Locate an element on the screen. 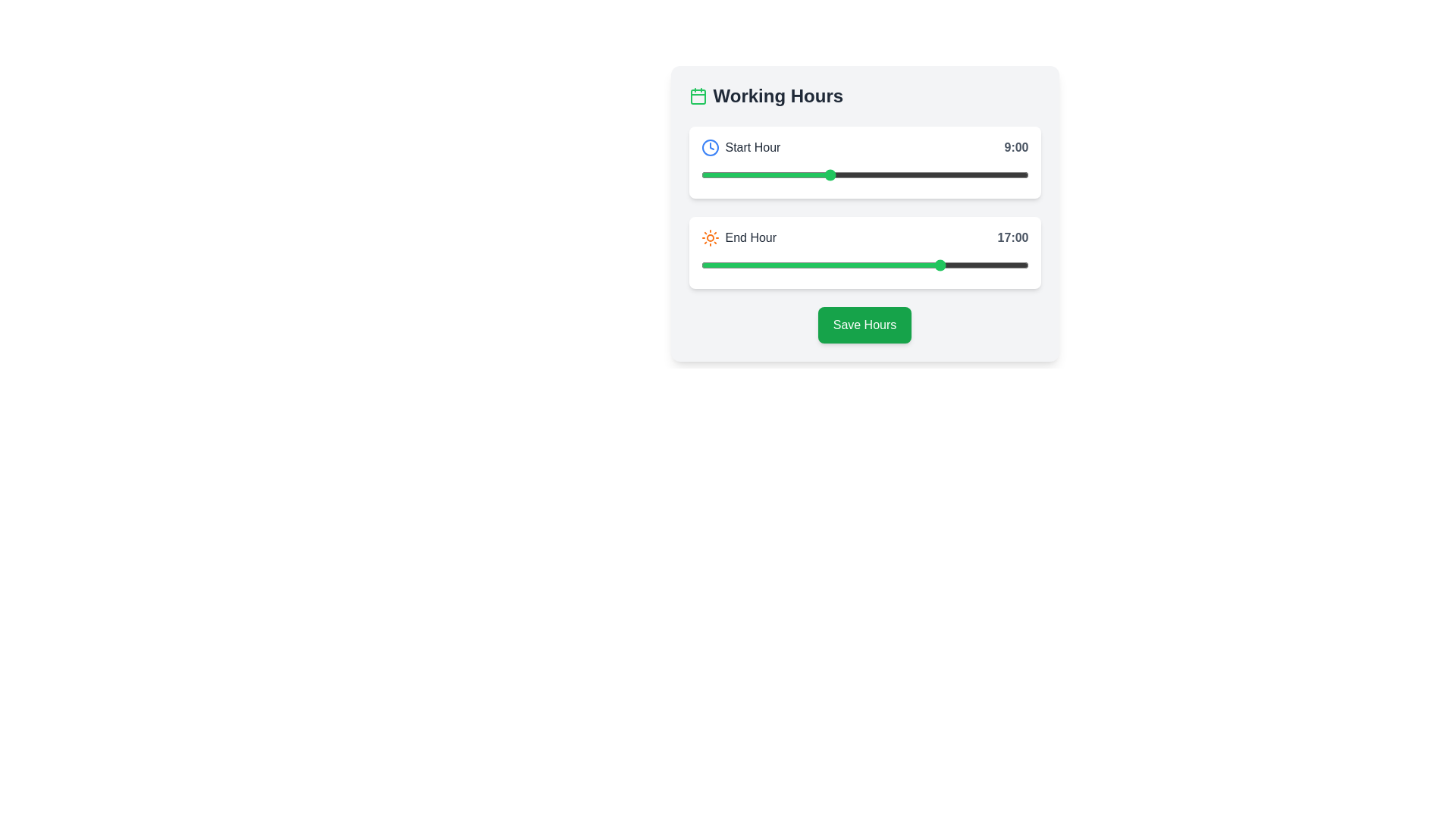 The image size is (1456, 819). the 'Save Hours' button located within the 'Working Hours' panel to confirm the selected working hour range is located at coordinates (864, 324).